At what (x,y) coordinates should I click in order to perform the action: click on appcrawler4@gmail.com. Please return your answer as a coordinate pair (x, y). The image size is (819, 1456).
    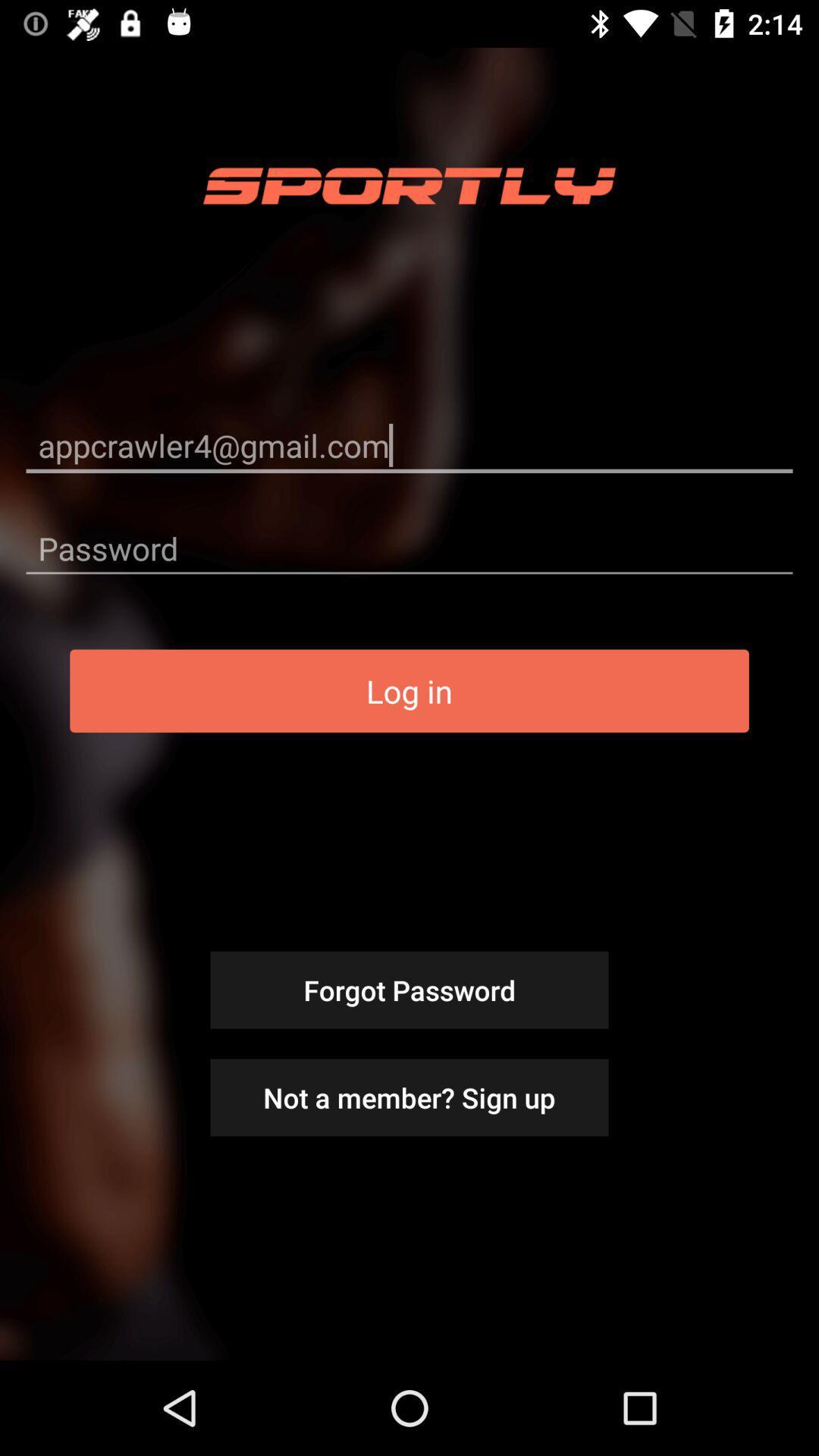
    Looking at the image, I should click on (409, 444).